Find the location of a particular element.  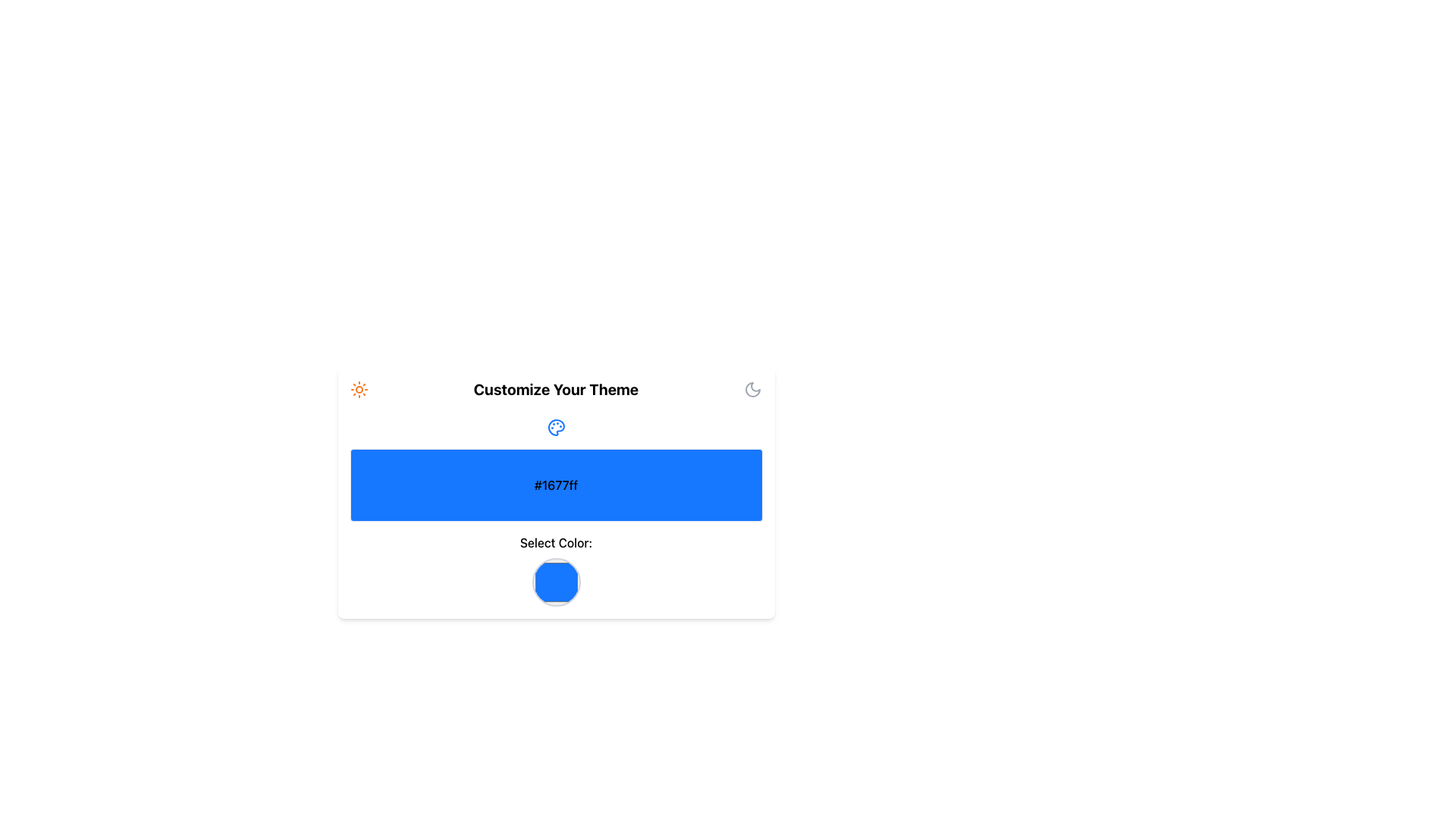

the theme customization icon located centrally at the top of the 'Customize Your Theme' panel is located at coordinates (555, 427).